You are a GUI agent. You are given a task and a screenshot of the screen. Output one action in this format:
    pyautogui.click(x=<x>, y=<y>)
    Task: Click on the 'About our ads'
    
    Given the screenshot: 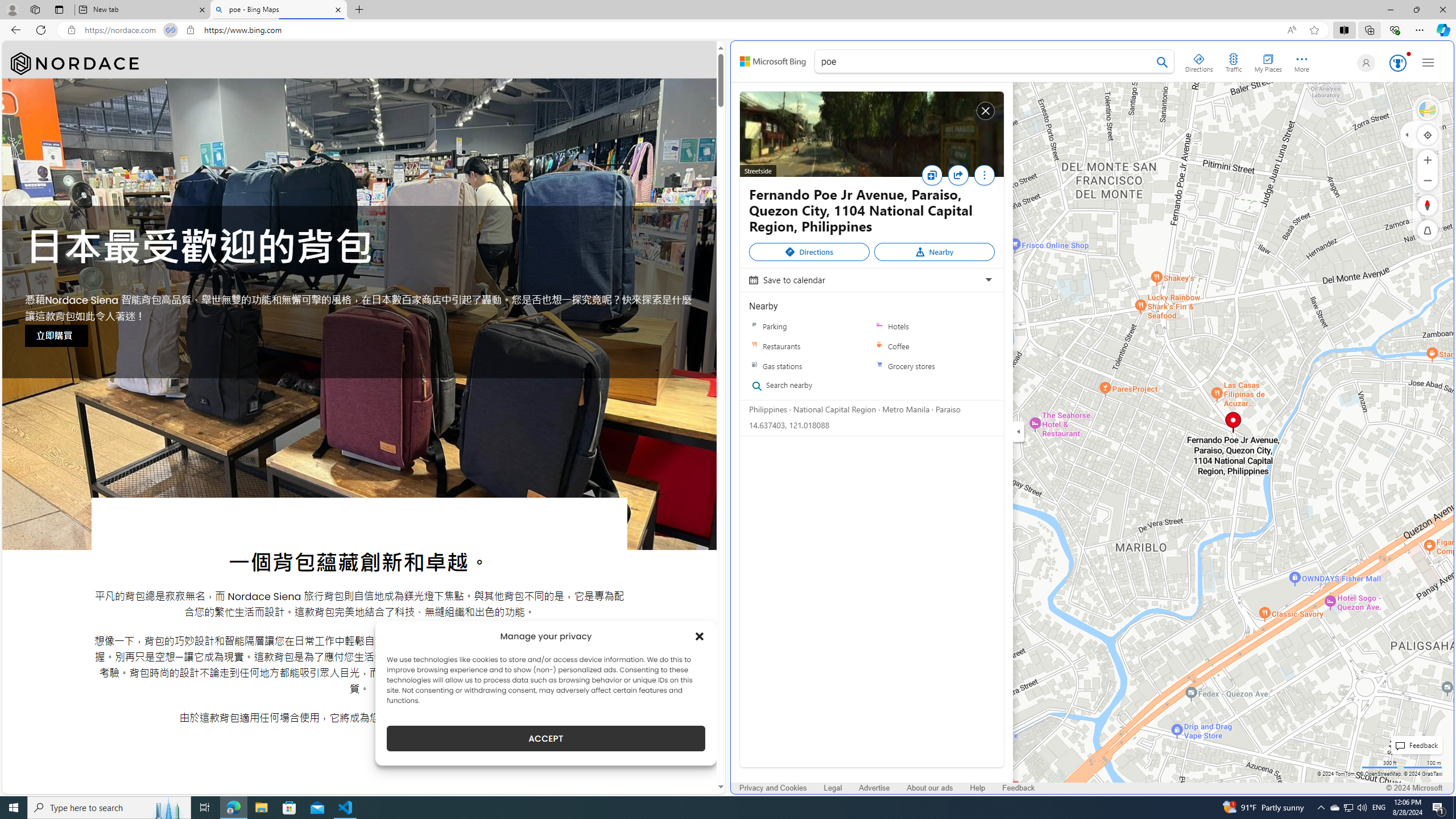 What is the action you would take?
    pyautogui.click(x=929, y=788)
    